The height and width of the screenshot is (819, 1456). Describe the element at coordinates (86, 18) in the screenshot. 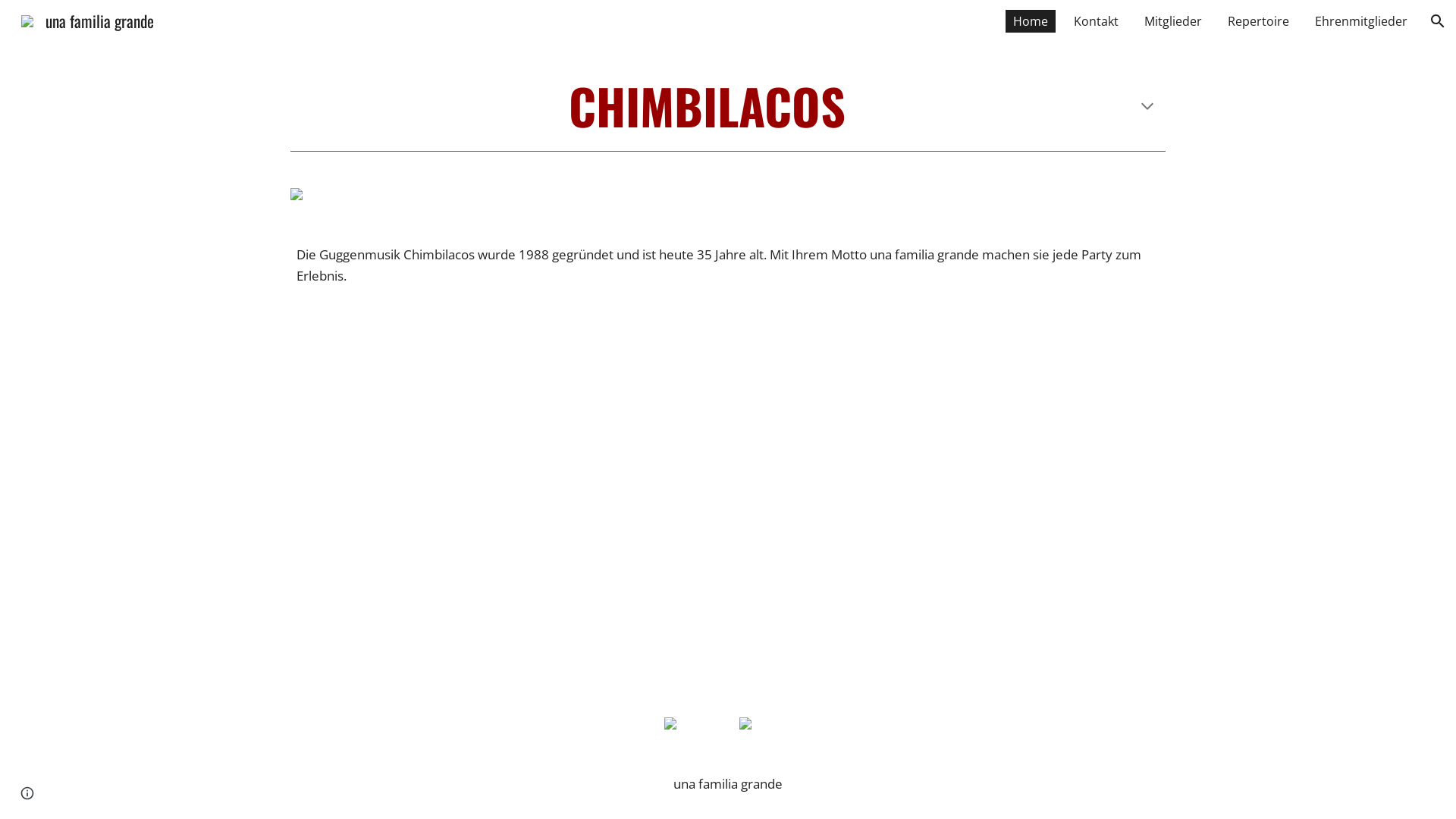

I see `'una familia grande'` at that location.